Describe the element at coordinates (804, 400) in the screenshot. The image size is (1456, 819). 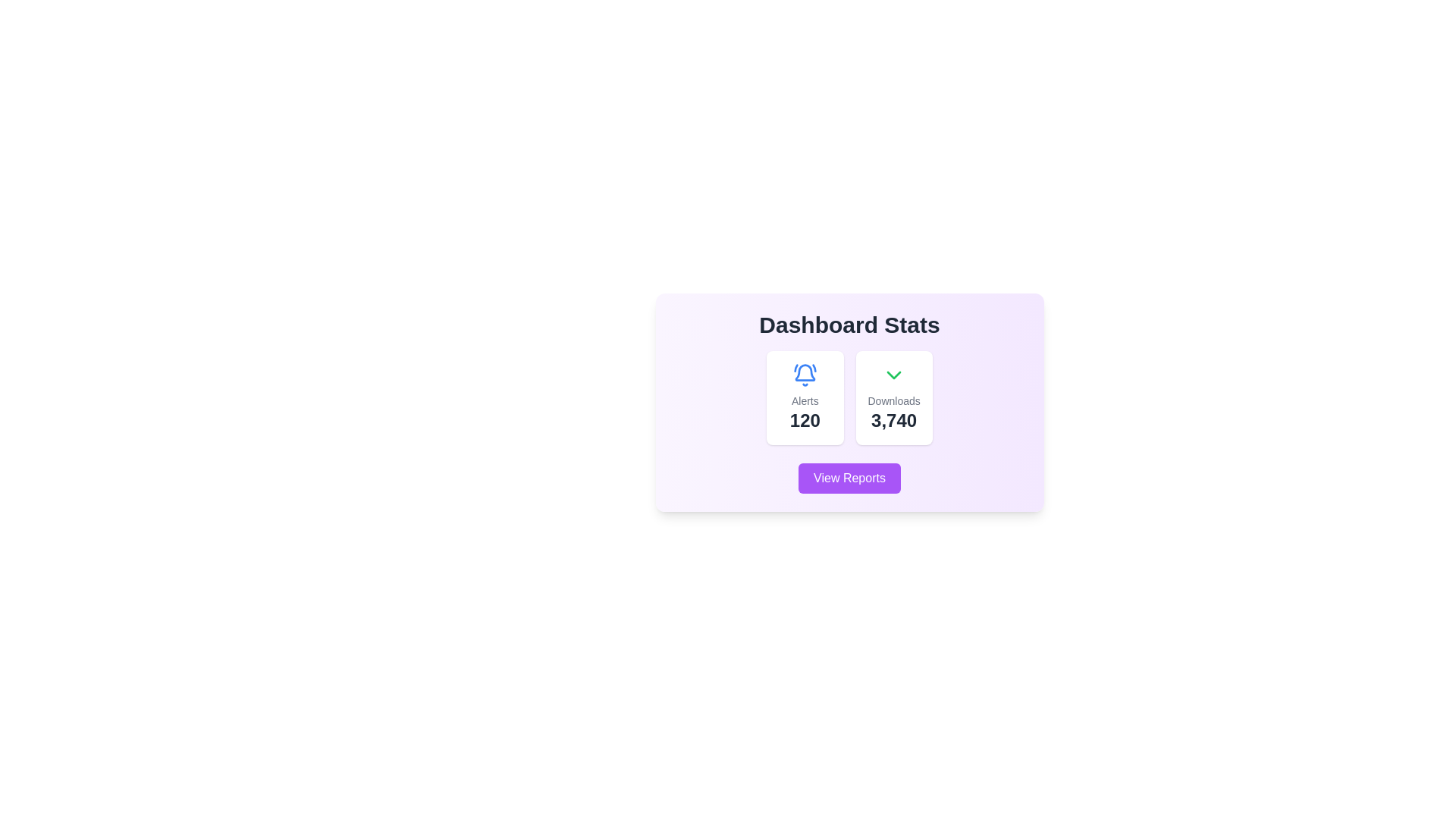
I see `the text label indicating the context of the 'Alerts' section, located below the bell icon and above the text '120' within the dashboard statistics section` at that location.